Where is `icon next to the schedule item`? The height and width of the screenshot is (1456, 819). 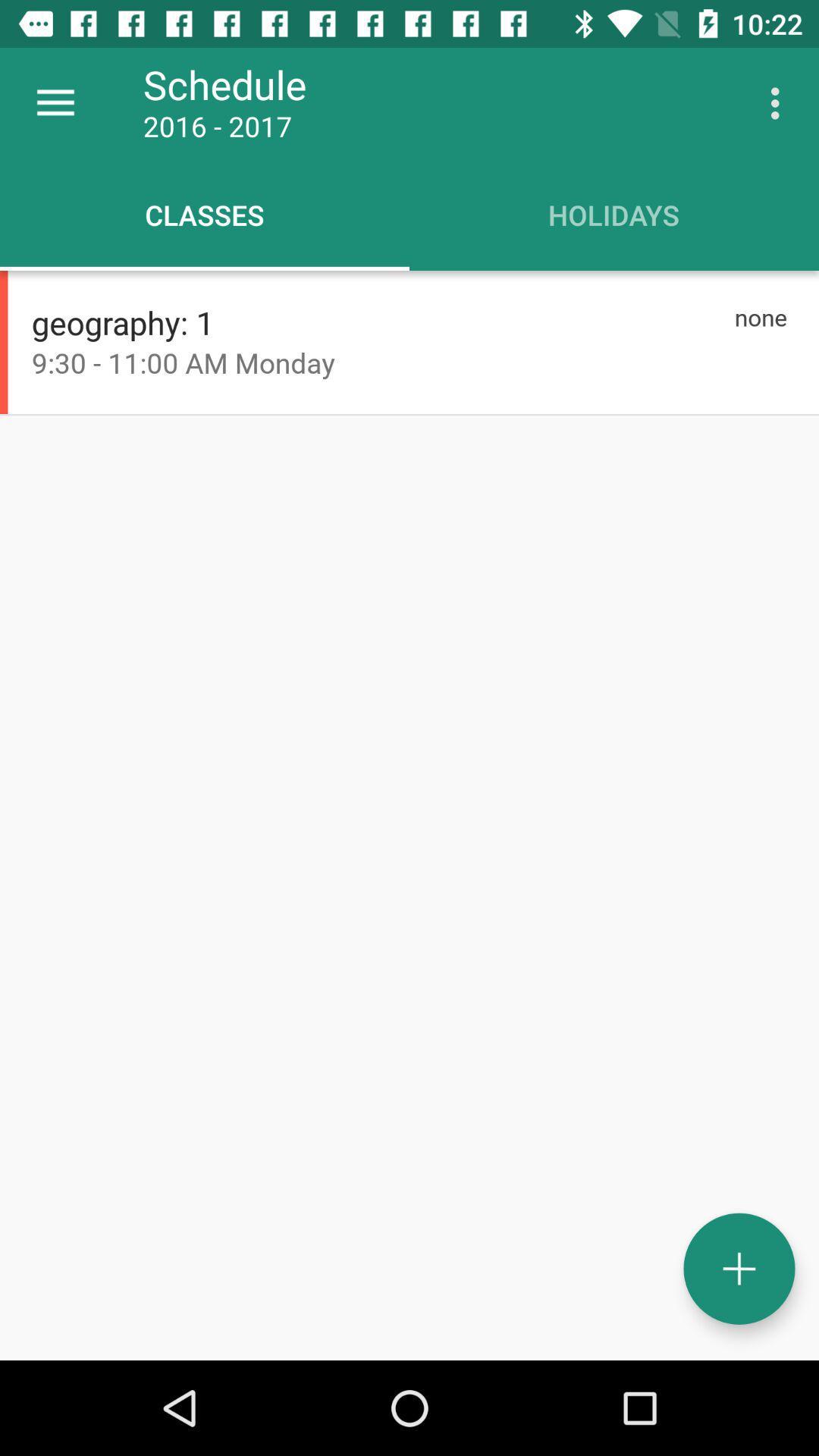 icon next to the schedule item is located at coordinates (55, 102).